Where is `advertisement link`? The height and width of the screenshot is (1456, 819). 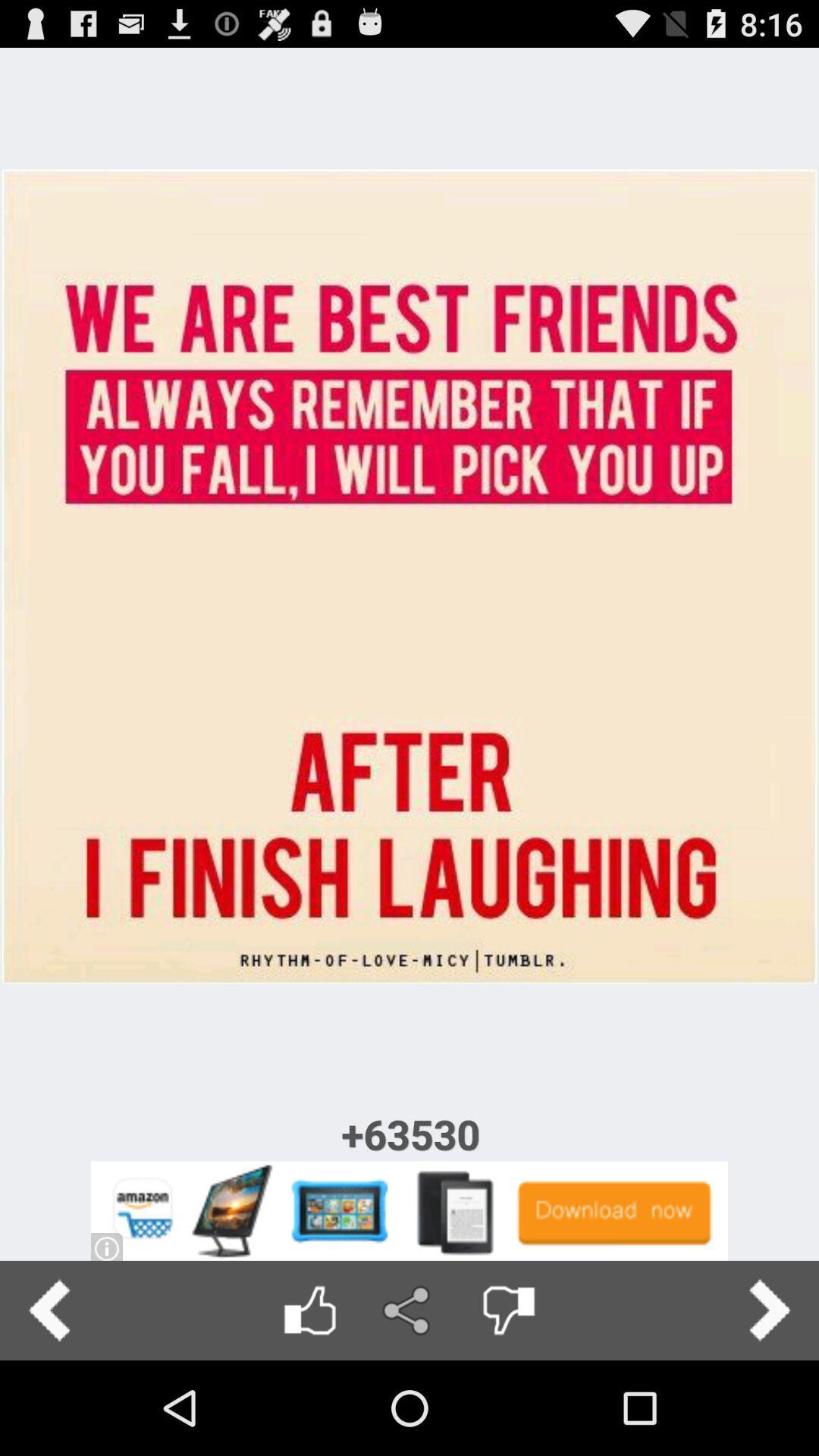
advertisement link is located at coordinates (409, 1210).